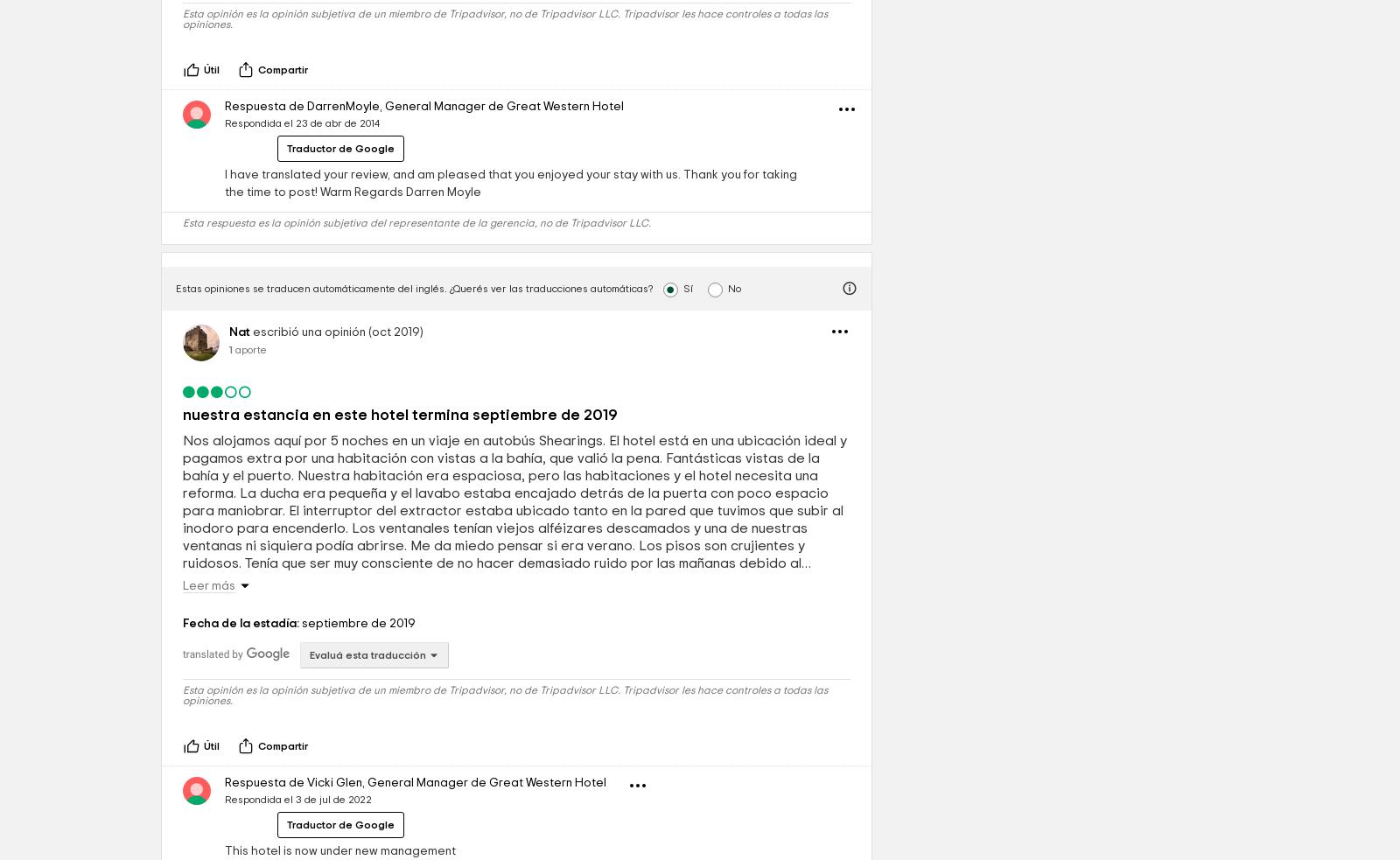  I want to click on 'Great Western Hotel', so click(564, 227).